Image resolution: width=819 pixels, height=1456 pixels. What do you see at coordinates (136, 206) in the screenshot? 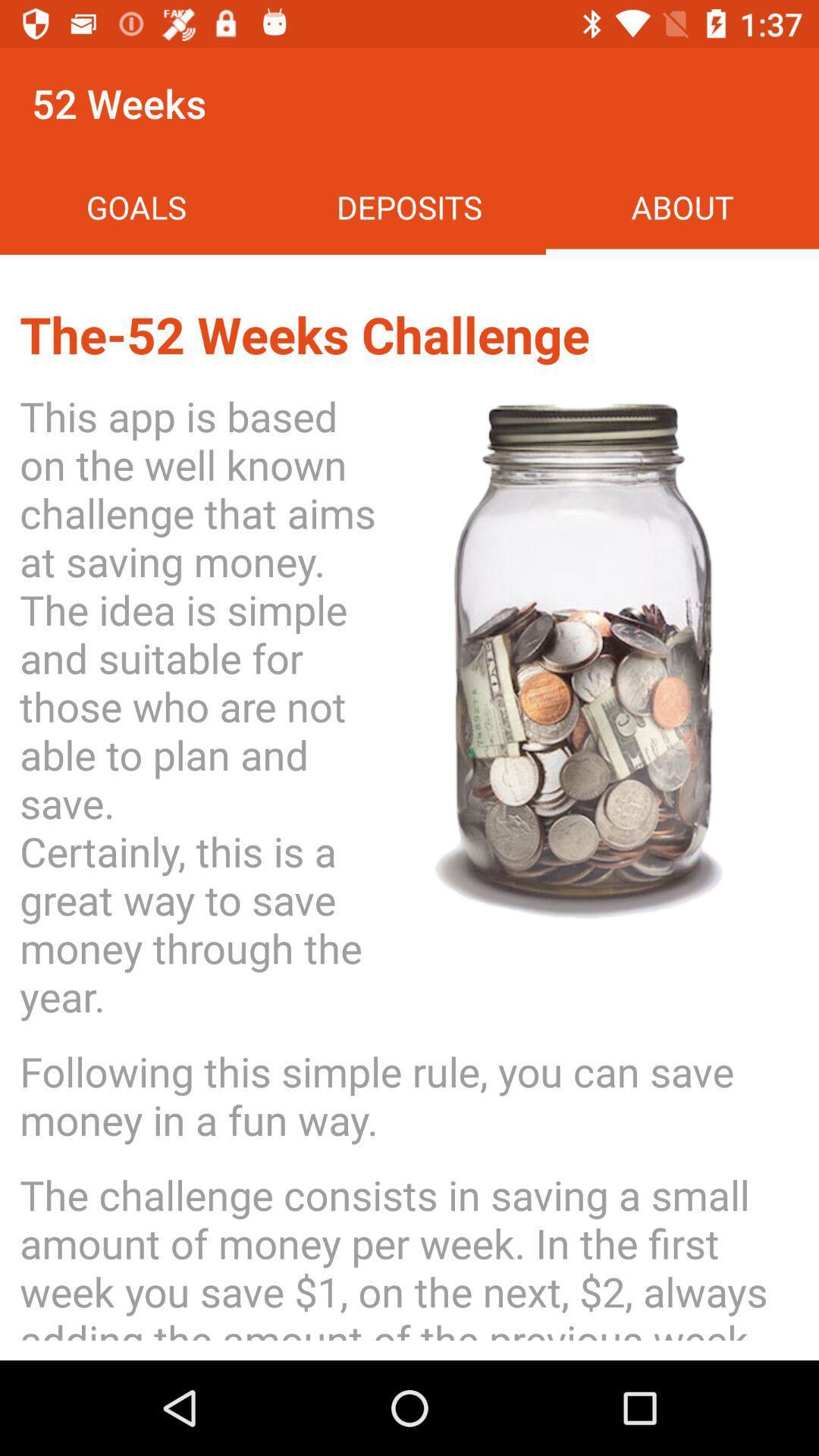
I see `the item to the left of deposits` at bounding box center [136, 206].